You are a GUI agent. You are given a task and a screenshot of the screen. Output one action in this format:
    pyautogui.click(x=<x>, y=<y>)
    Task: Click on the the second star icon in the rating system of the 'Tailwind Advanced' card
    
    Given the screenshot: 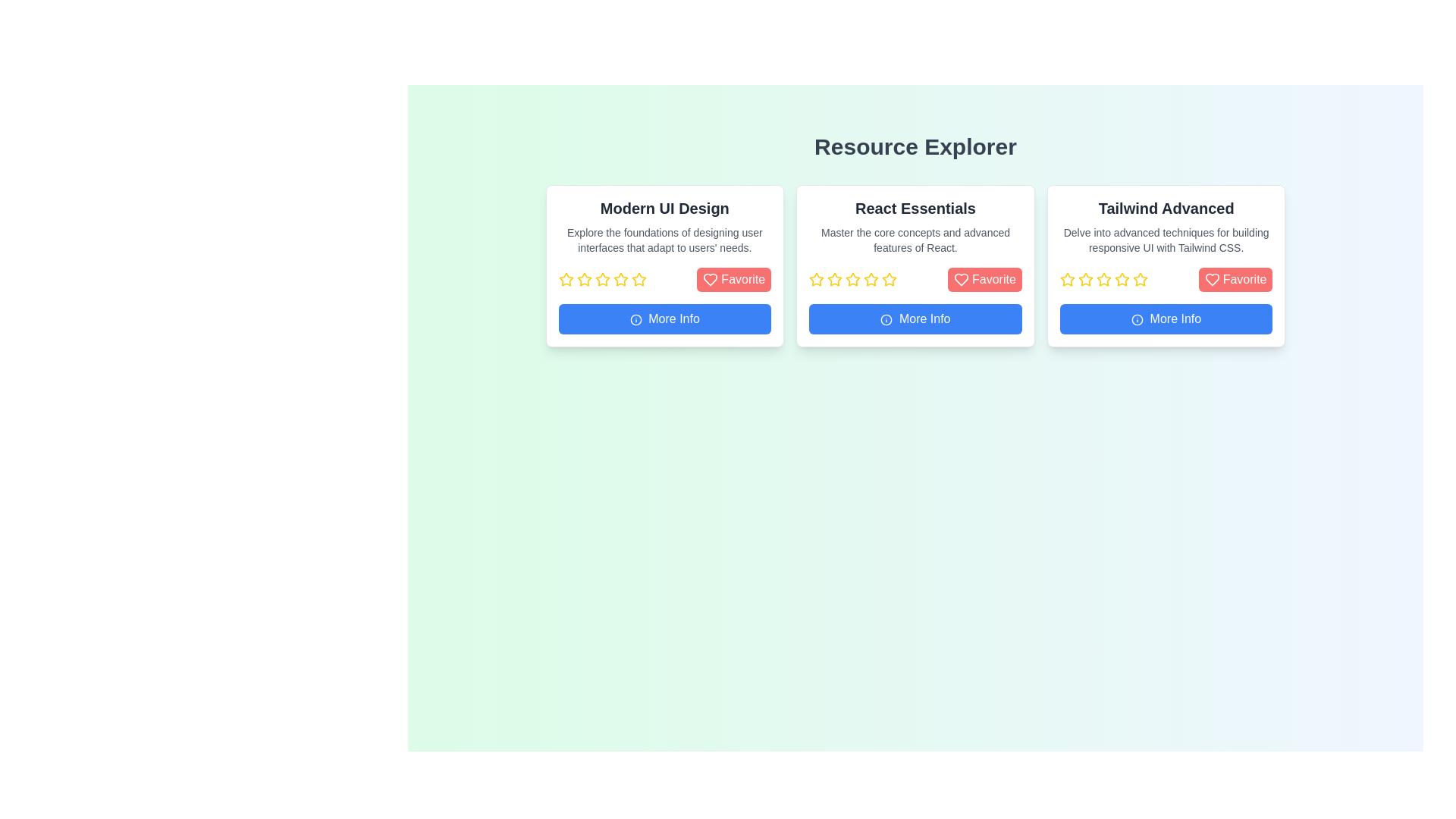 What is the action you would take?
    pyautogui.click(x=1084, y=280)
    